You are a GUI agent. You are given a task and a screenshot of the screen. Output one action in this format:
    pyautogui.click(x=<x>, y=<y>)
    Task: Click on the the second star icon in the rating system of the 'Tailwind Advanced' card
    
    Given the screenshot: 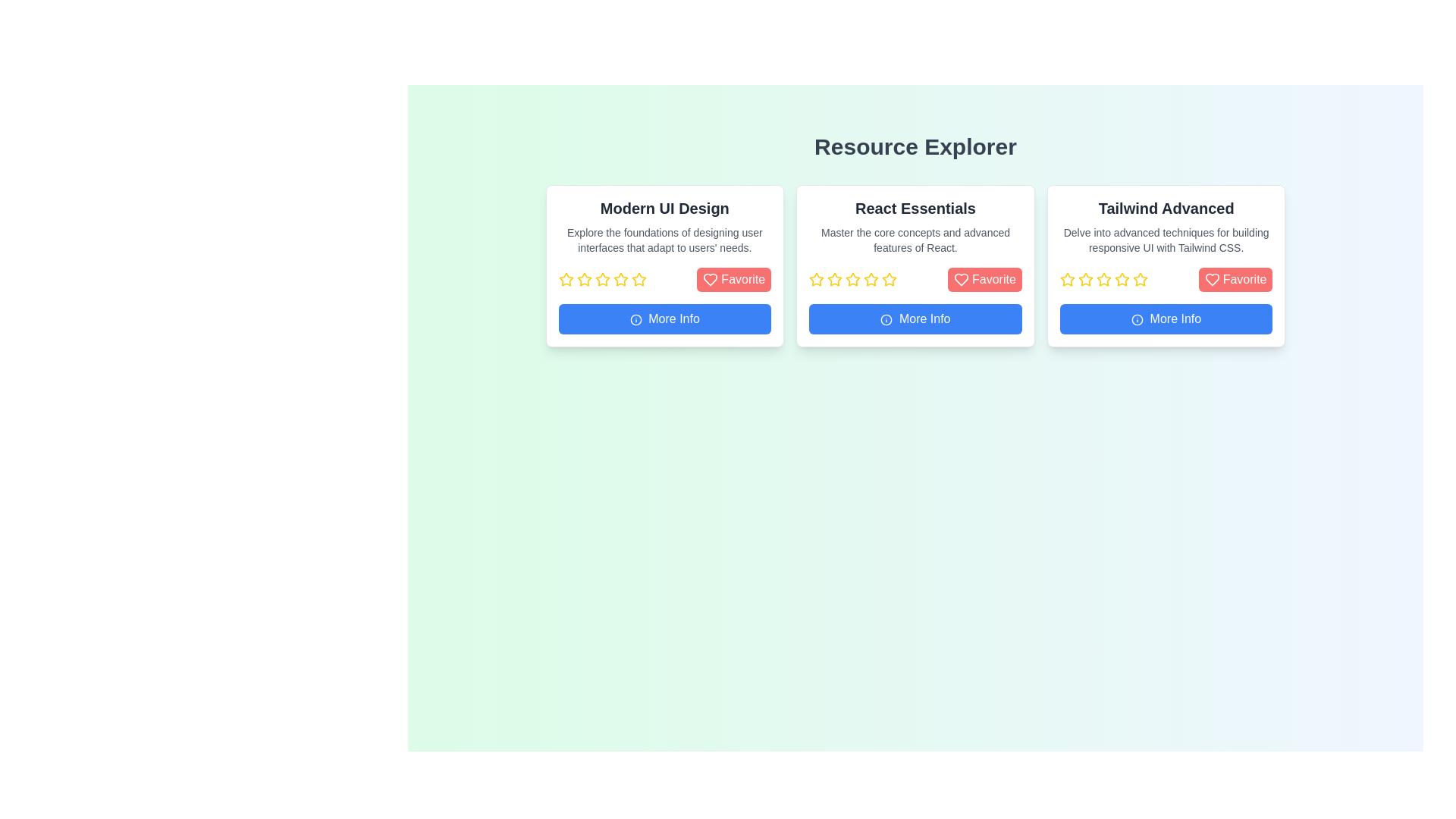 What is the action you would take?
    pyautogui.click(x=1084, y=280)
    